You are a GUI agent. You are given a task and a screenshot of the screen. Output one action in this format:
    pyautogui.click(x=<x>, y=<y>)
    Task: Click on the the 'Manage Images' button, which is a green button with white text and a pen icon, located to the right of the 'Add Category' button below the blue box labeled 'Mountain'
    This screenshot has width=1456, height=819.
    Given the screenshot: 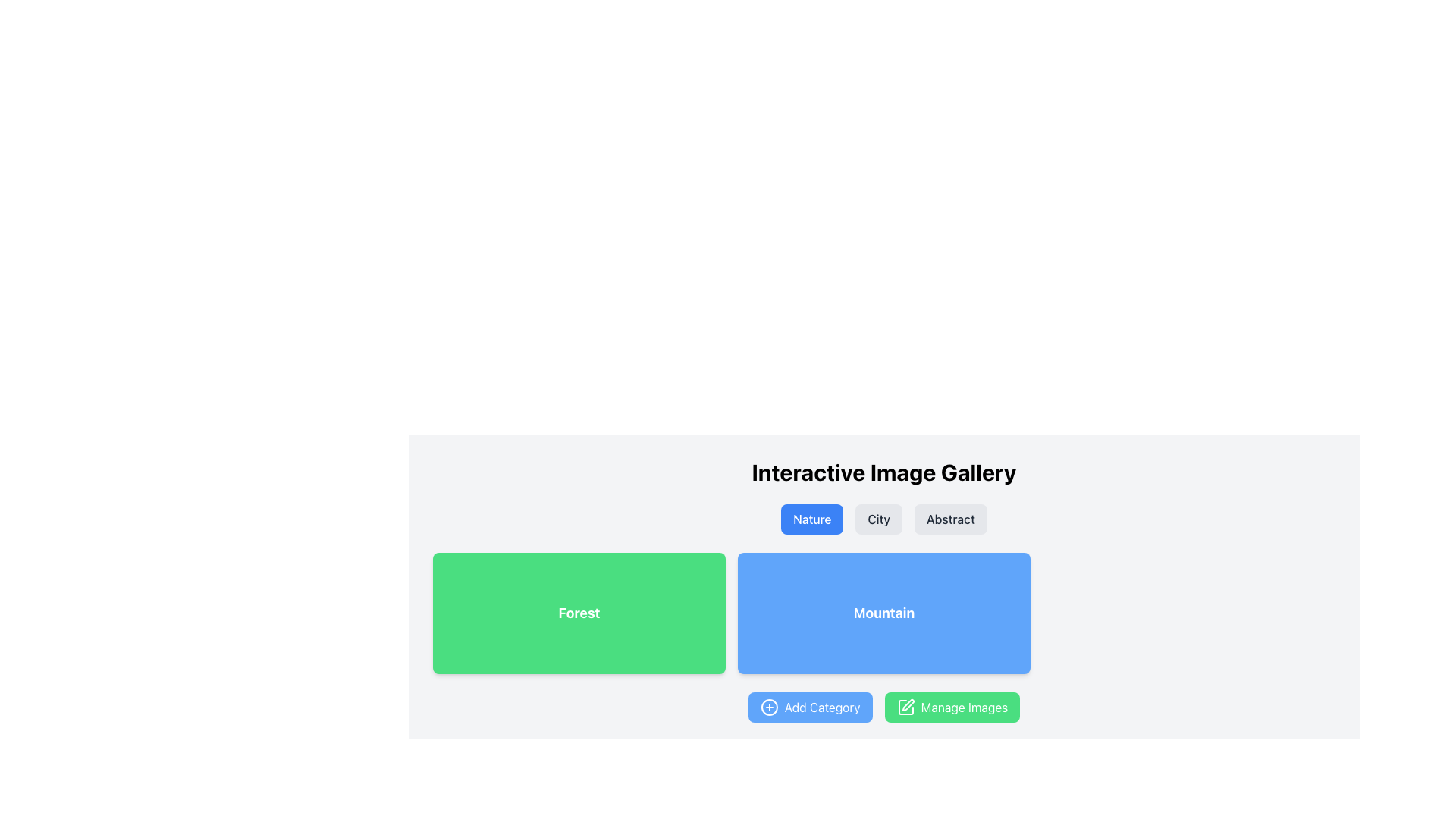 What is the action you would take?
    pyautogui.click(x=951, y=708)
    